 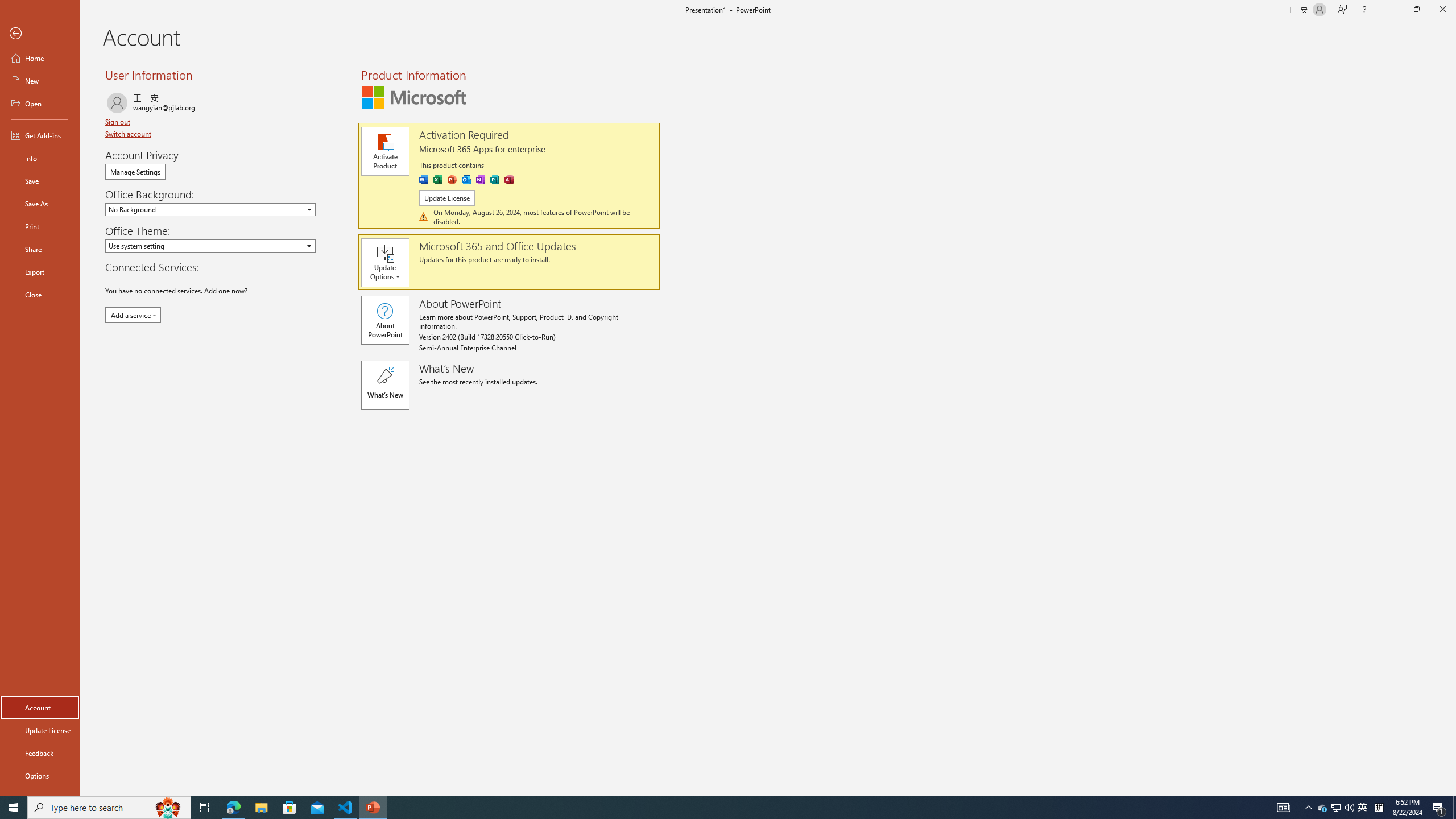 What do you see at coordinates (118, 122) in the screenshot?
I see `'Sign out'` at bounding box center [118, 122].